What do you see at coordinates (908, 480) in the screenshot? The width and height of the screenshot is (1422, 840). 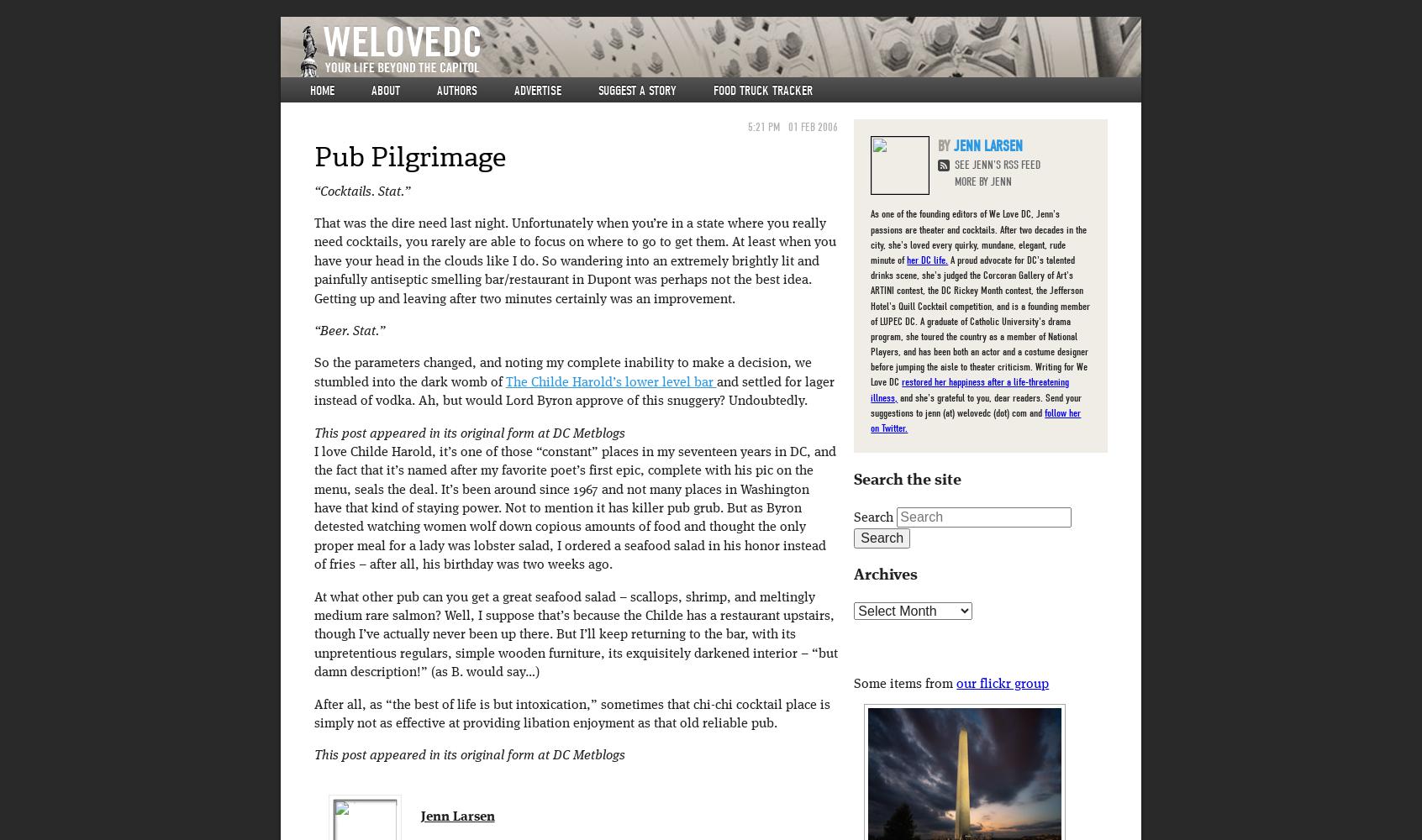 I see `'Search the site'` at bounding box center [908, 480].